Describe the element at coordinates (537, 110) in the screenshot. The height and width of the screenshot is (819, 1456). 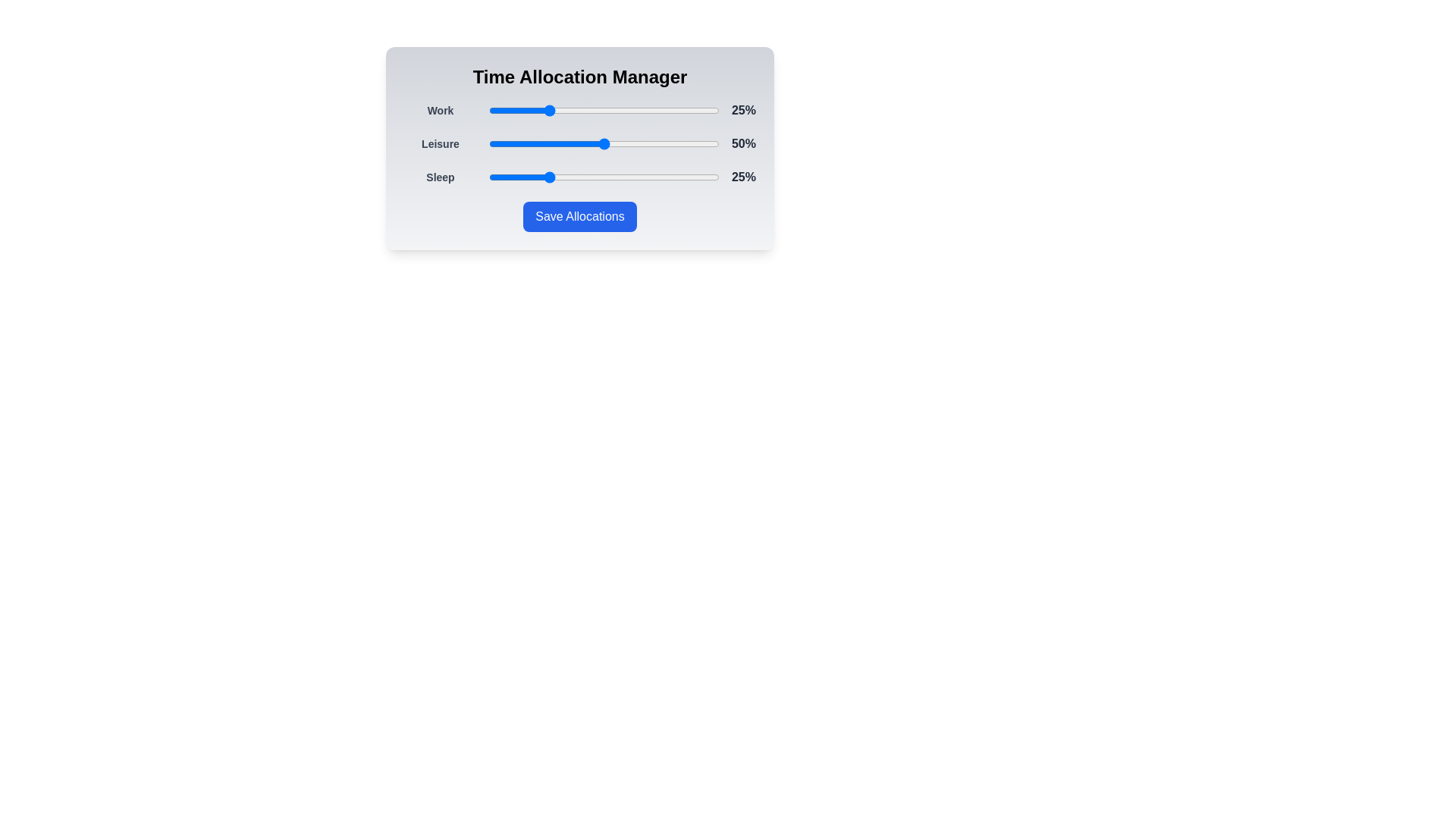
I see `the Work slider to 21%` at that location.